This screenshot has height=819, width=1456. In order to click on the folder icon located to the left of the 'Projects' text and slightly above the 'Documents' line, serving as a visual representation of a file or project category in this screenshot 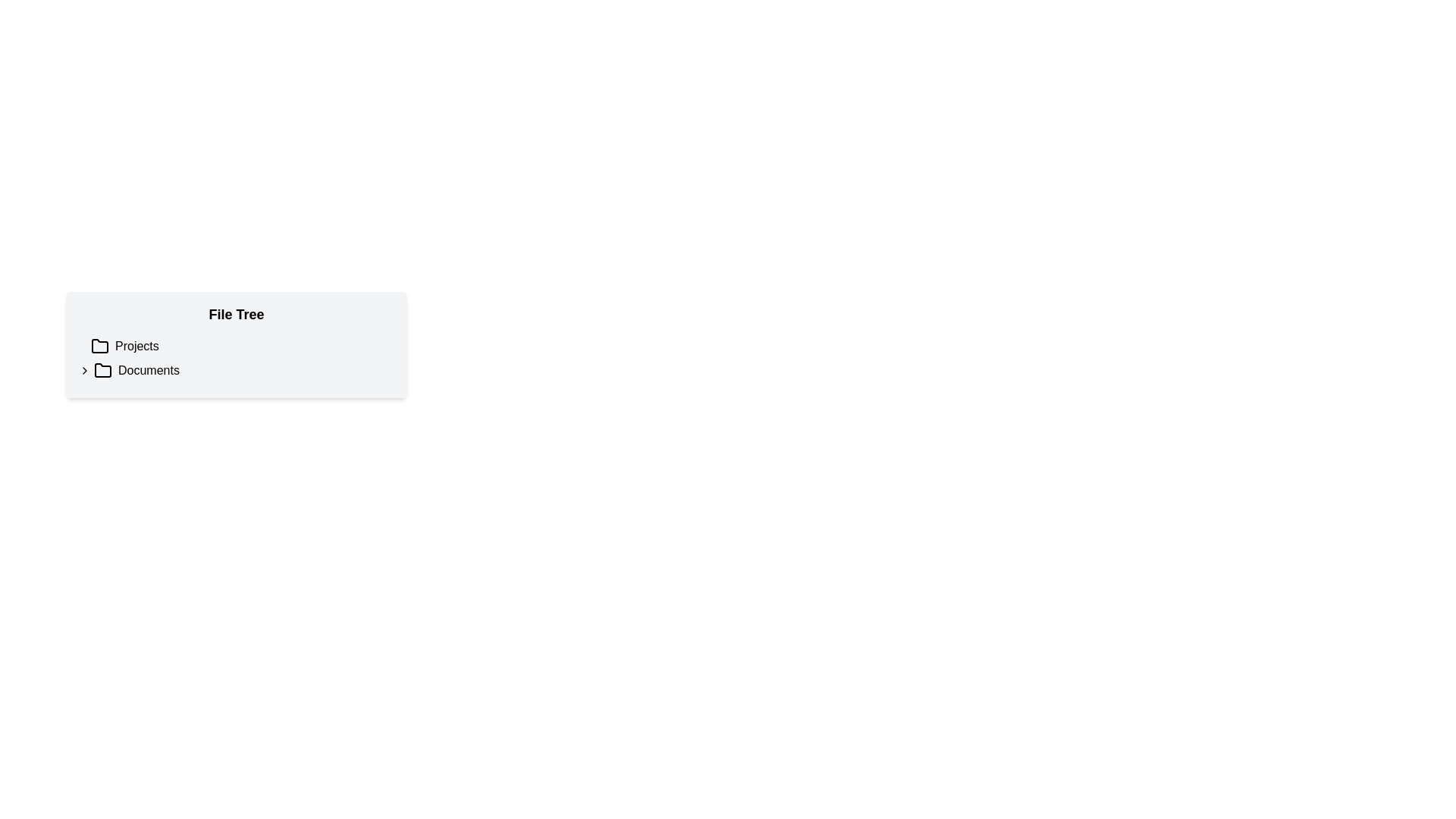, I will do `click(99, 346)`.